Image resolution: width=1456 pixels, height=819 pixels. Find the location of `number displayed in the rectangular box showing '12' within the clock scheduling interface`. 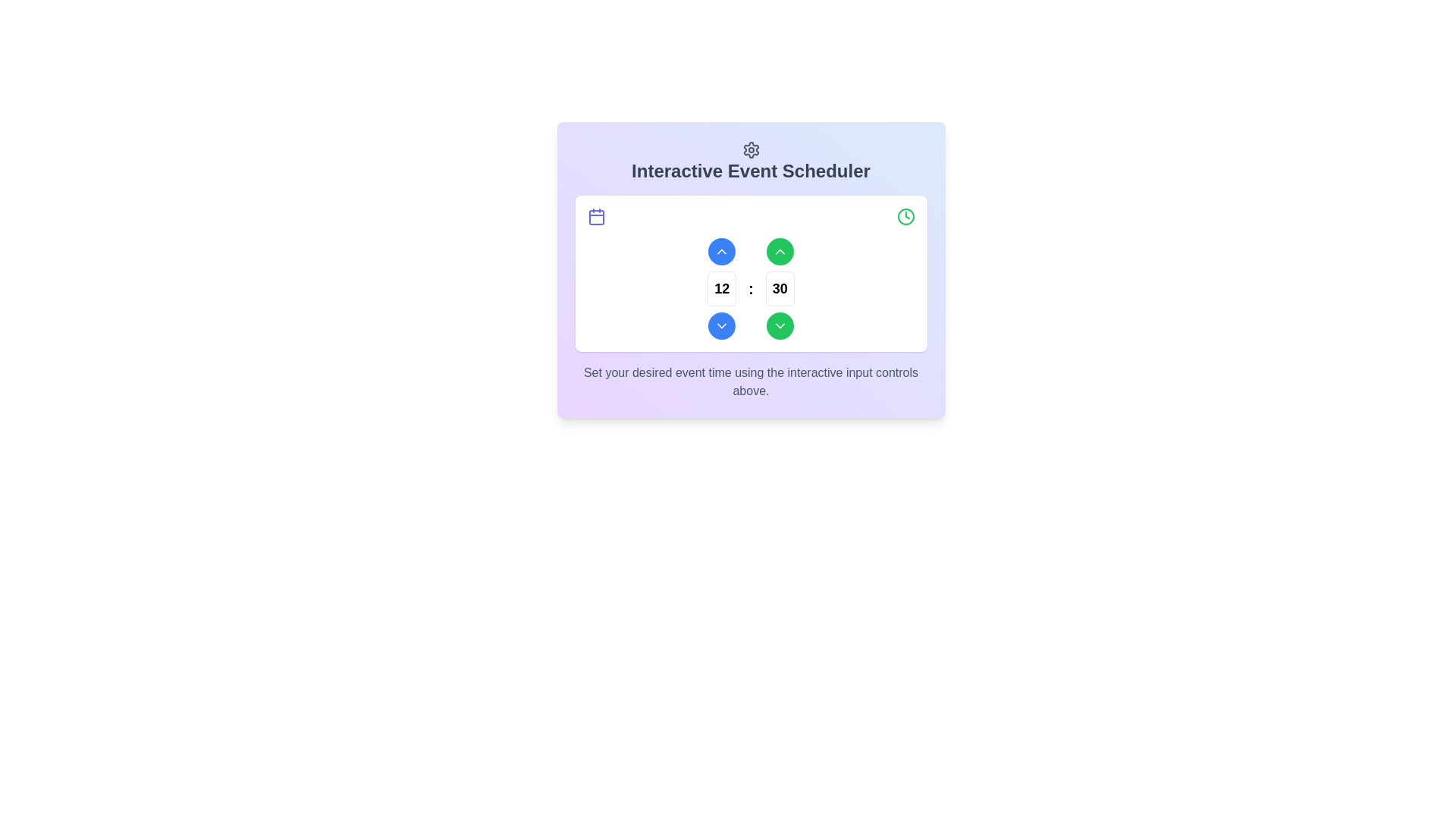

number displayed in the rectangular box showing '12' within the clock scheduling interface is located at coordinates (721, 288).